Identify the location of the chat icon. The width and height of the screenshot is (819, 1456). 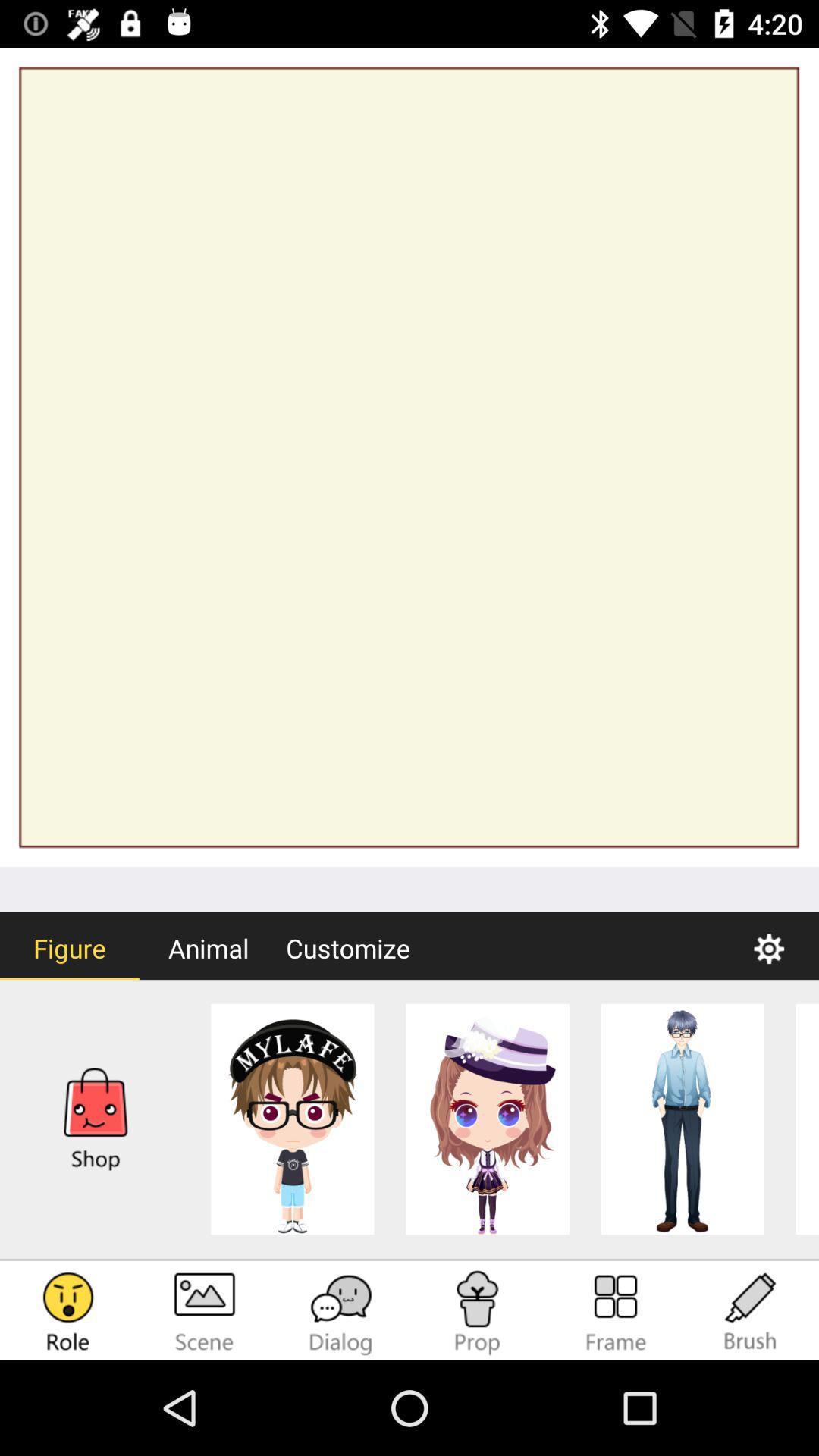
(341, 1312).